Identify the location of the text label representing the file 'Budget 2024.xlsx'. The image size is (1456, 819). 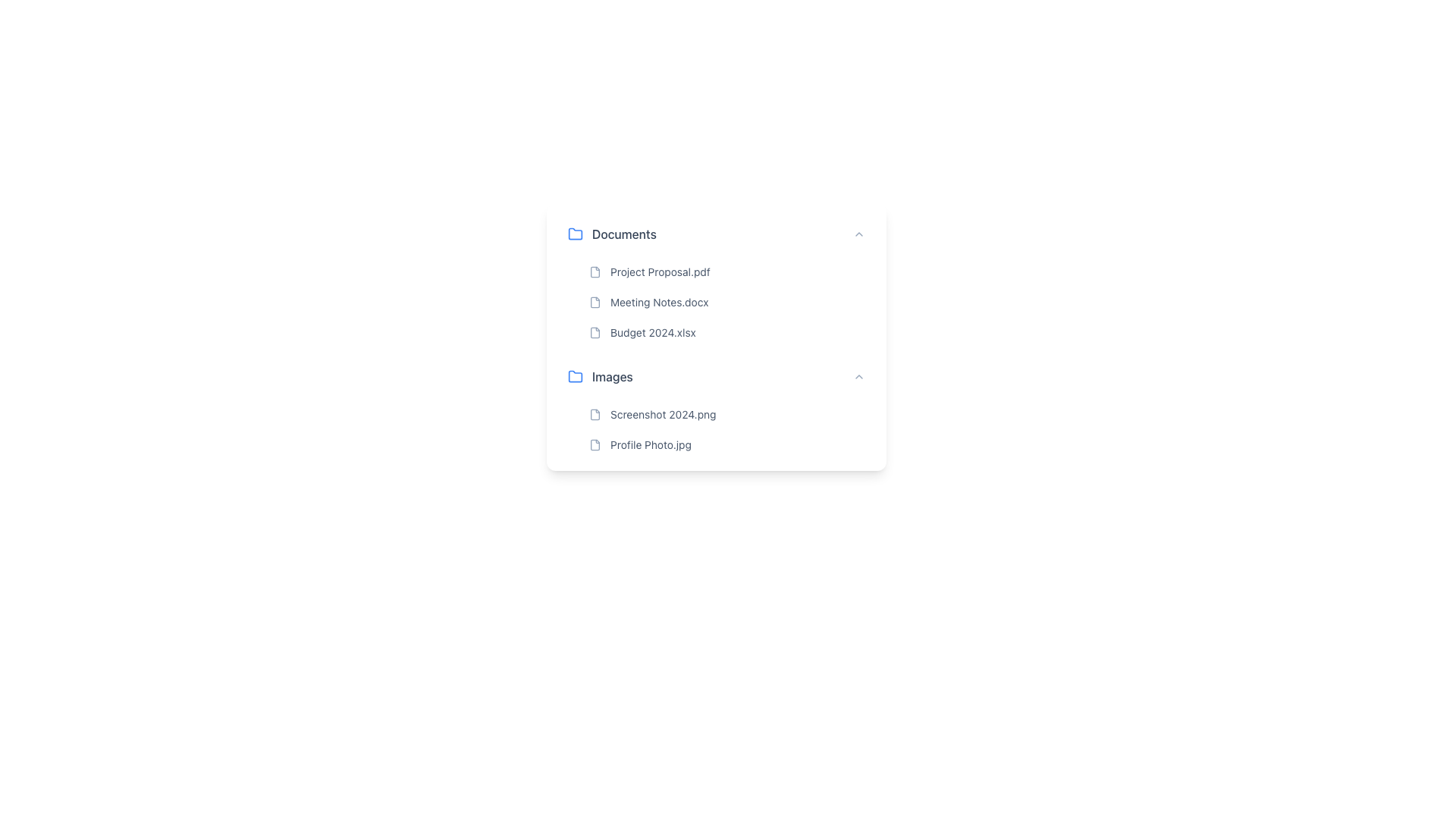
(652, 332).